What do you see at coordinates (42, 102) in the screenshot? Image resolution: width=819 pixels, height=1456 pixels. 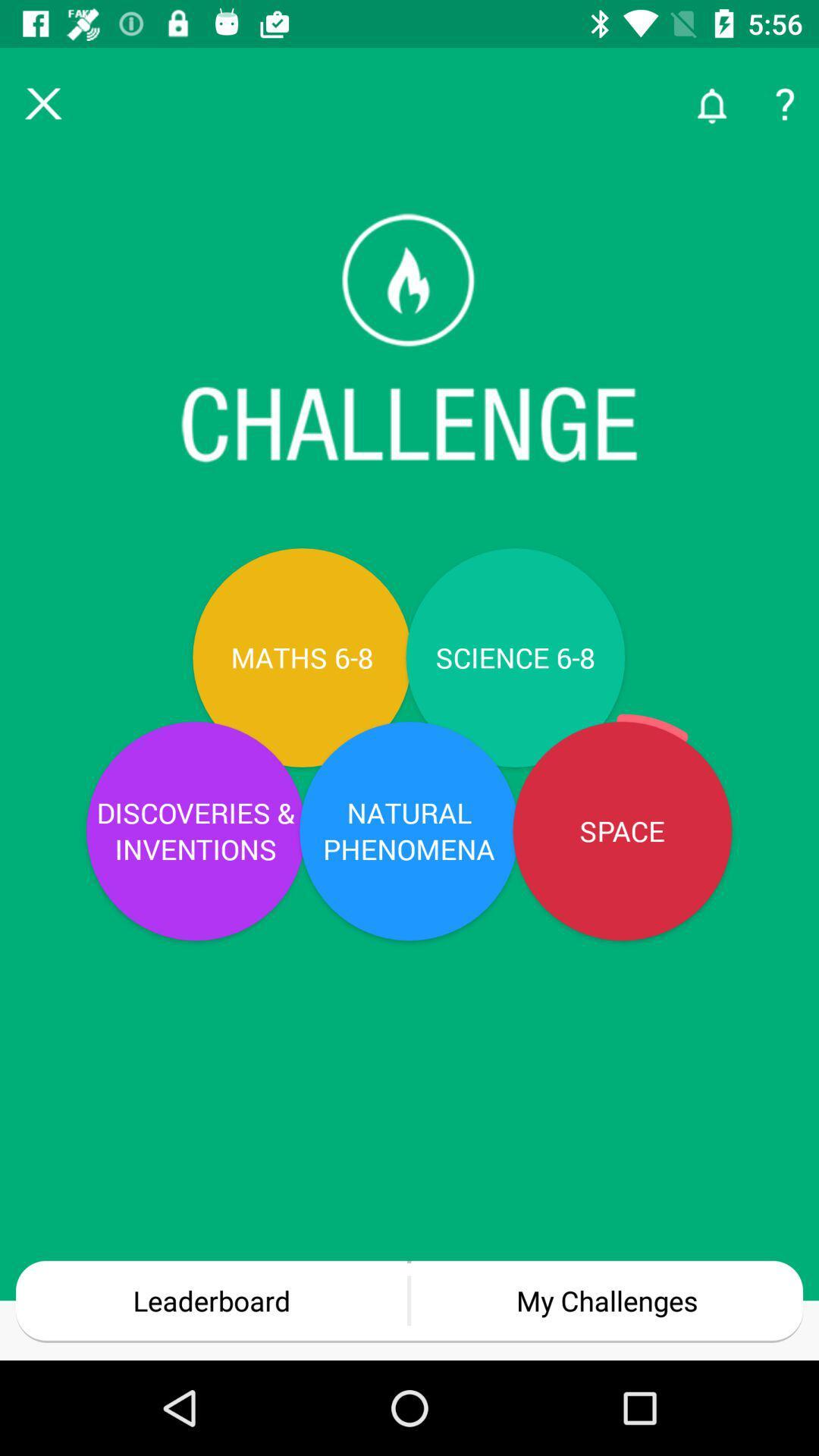 I see `the close icon` at bounding box center [42, 102].